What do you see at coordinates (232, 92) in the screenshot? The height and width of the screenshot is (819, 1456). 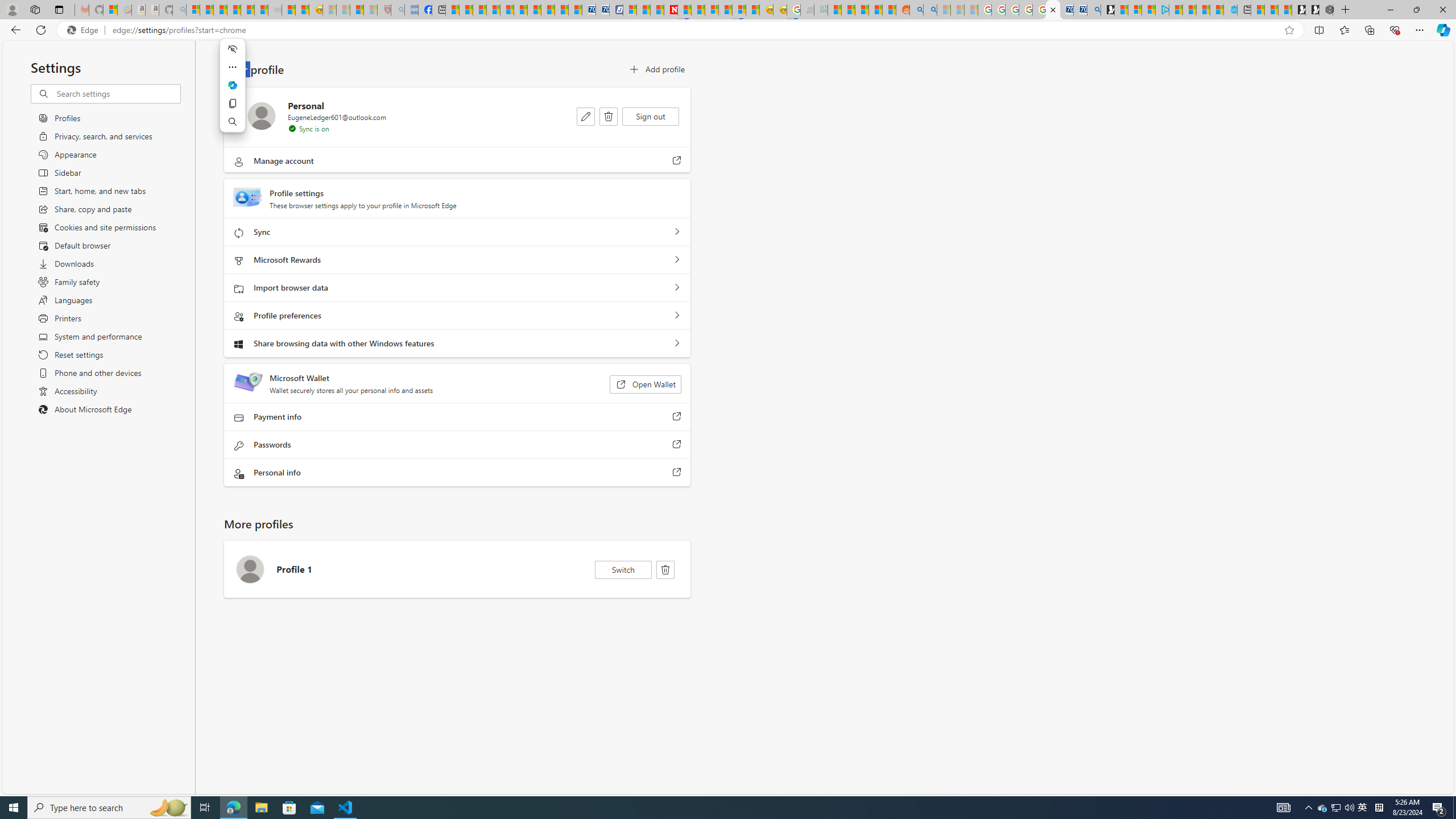 I see `'Mini menu on text selection'` at bounding box center [232, 92].